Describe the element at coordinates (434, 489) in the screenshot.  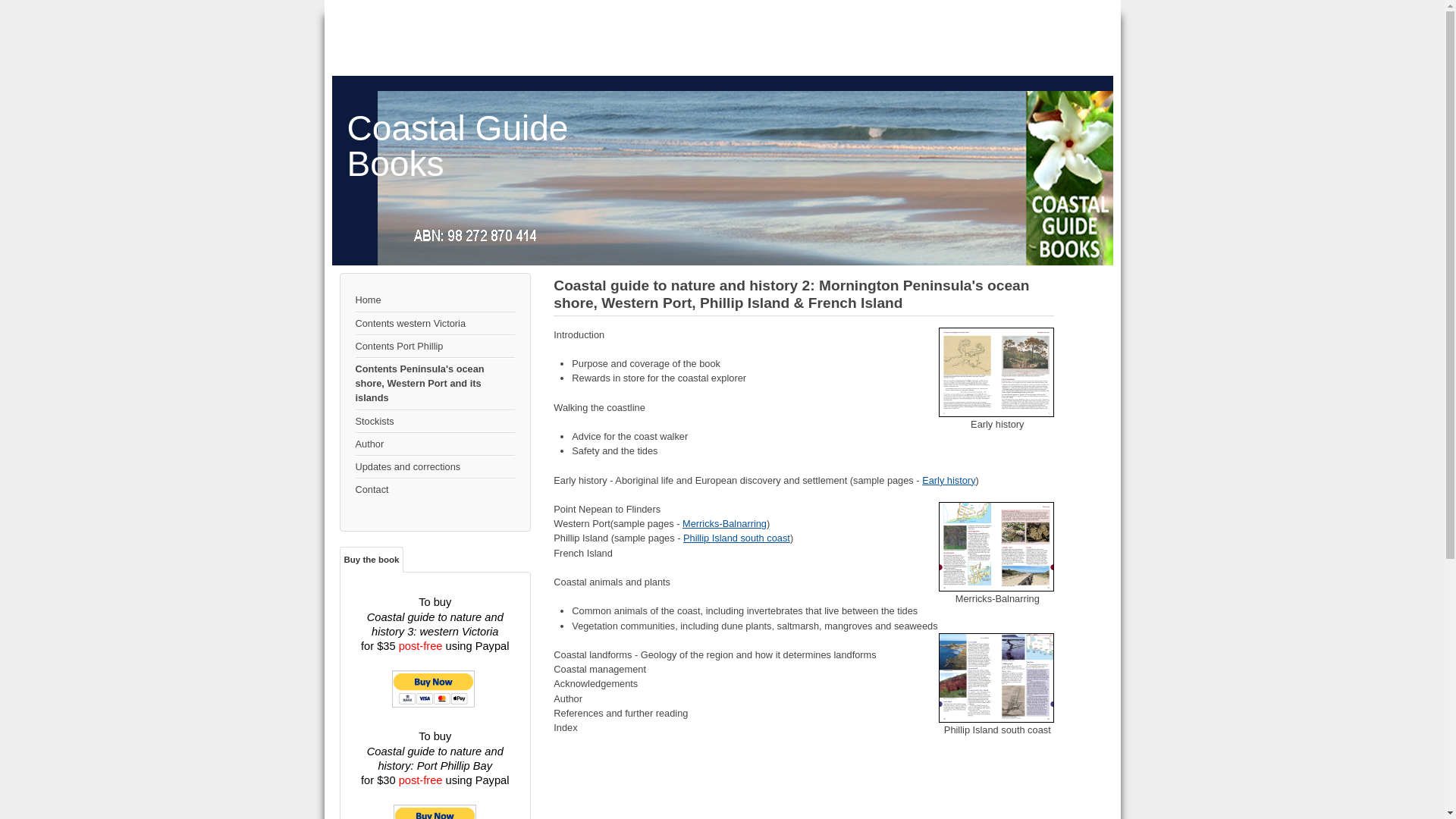
I see `'Contact'` at that location.